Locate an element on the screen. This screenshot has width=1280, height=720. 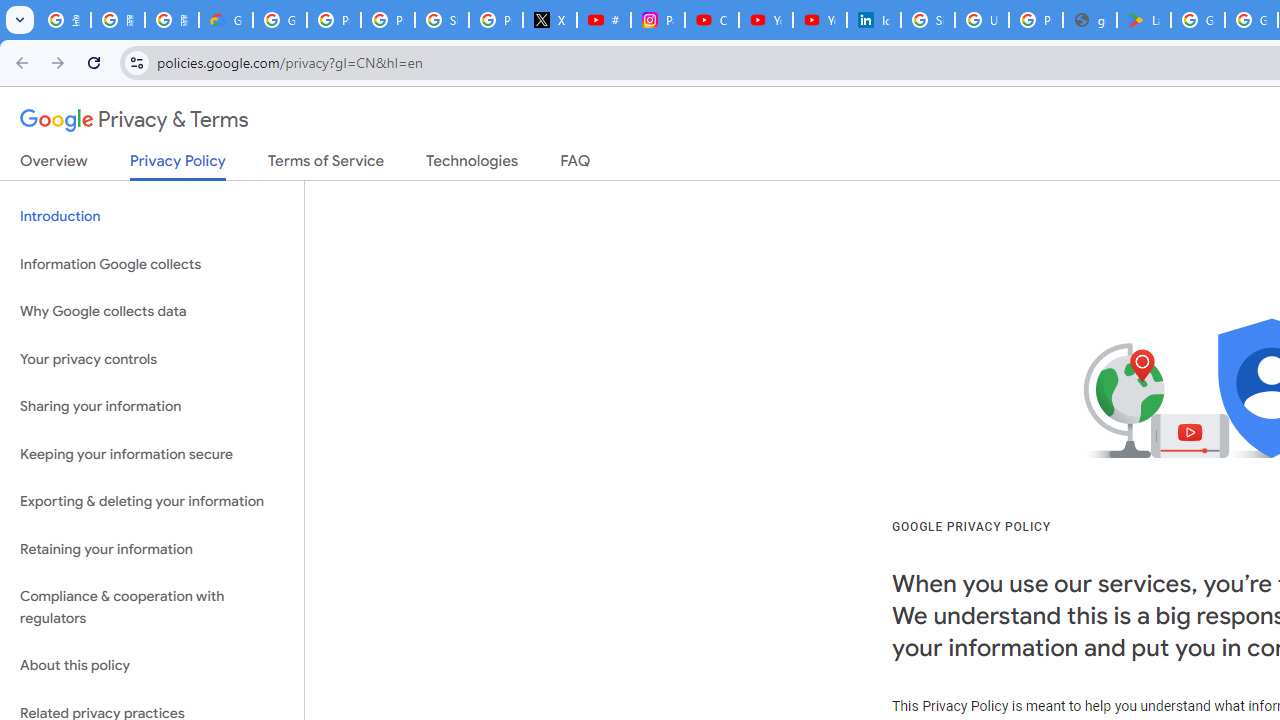
'Exporting & deleting your information' is located at coordinates (151, 501).